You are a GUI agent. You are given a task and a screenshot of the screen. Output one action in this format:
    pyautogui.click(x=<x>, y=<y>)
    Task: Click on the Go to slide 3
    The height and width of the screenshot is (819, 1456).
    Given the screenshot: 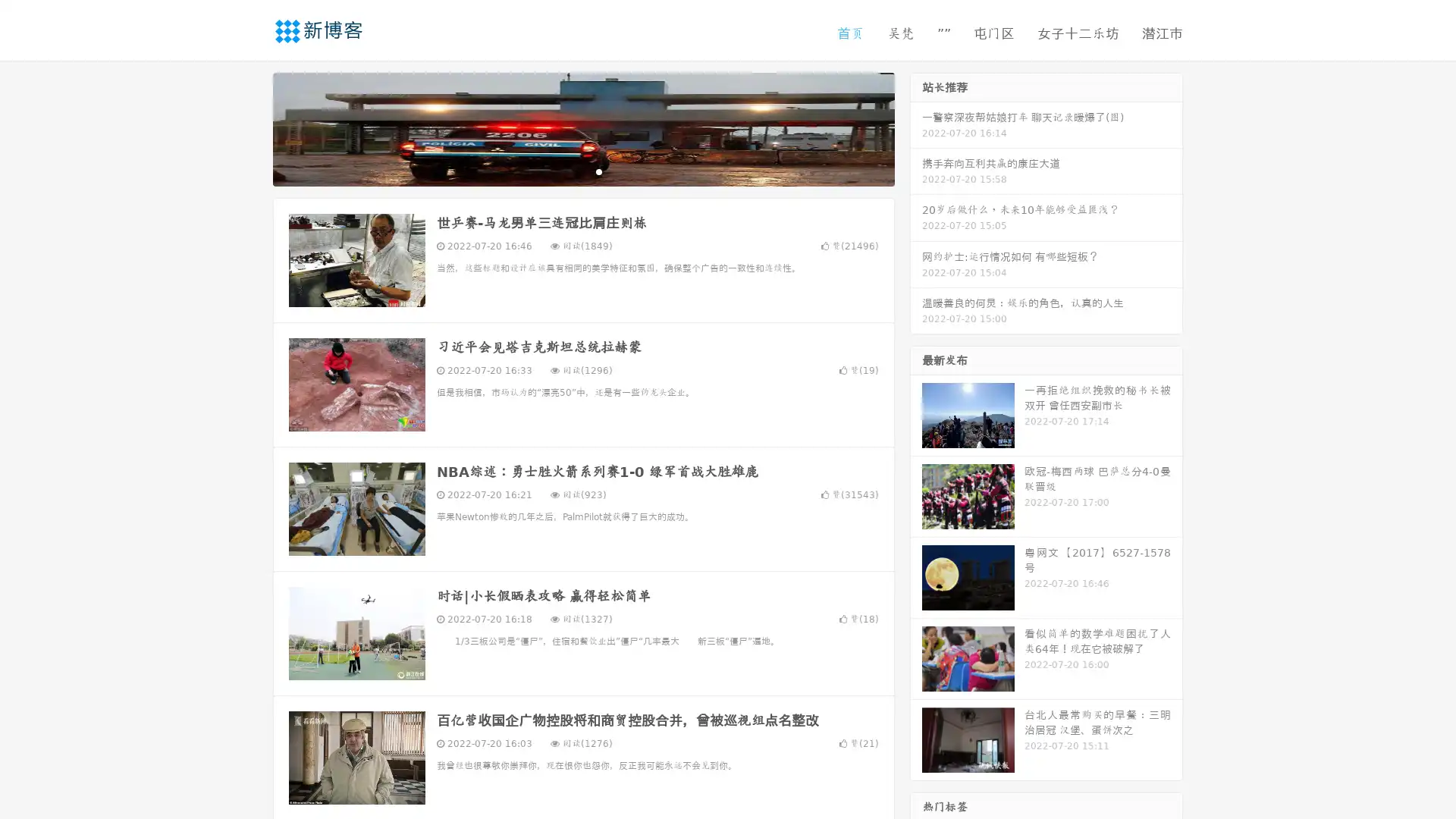 What is the action you would take?
    pyautogui.click(x=598, y=171)
    